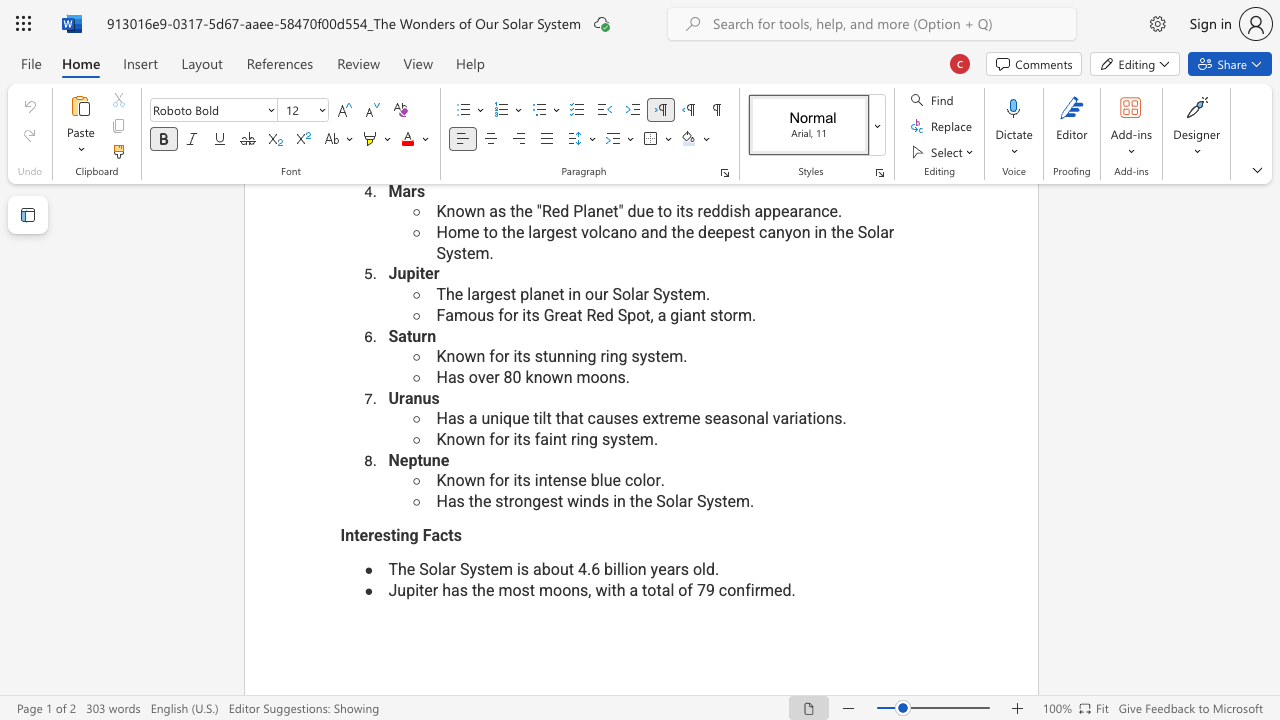 Image resolution: width=1280 pixels, height=720 pixels. I want to click on the space between the continuous character "u" and "t" in the text, so click(566, 569).